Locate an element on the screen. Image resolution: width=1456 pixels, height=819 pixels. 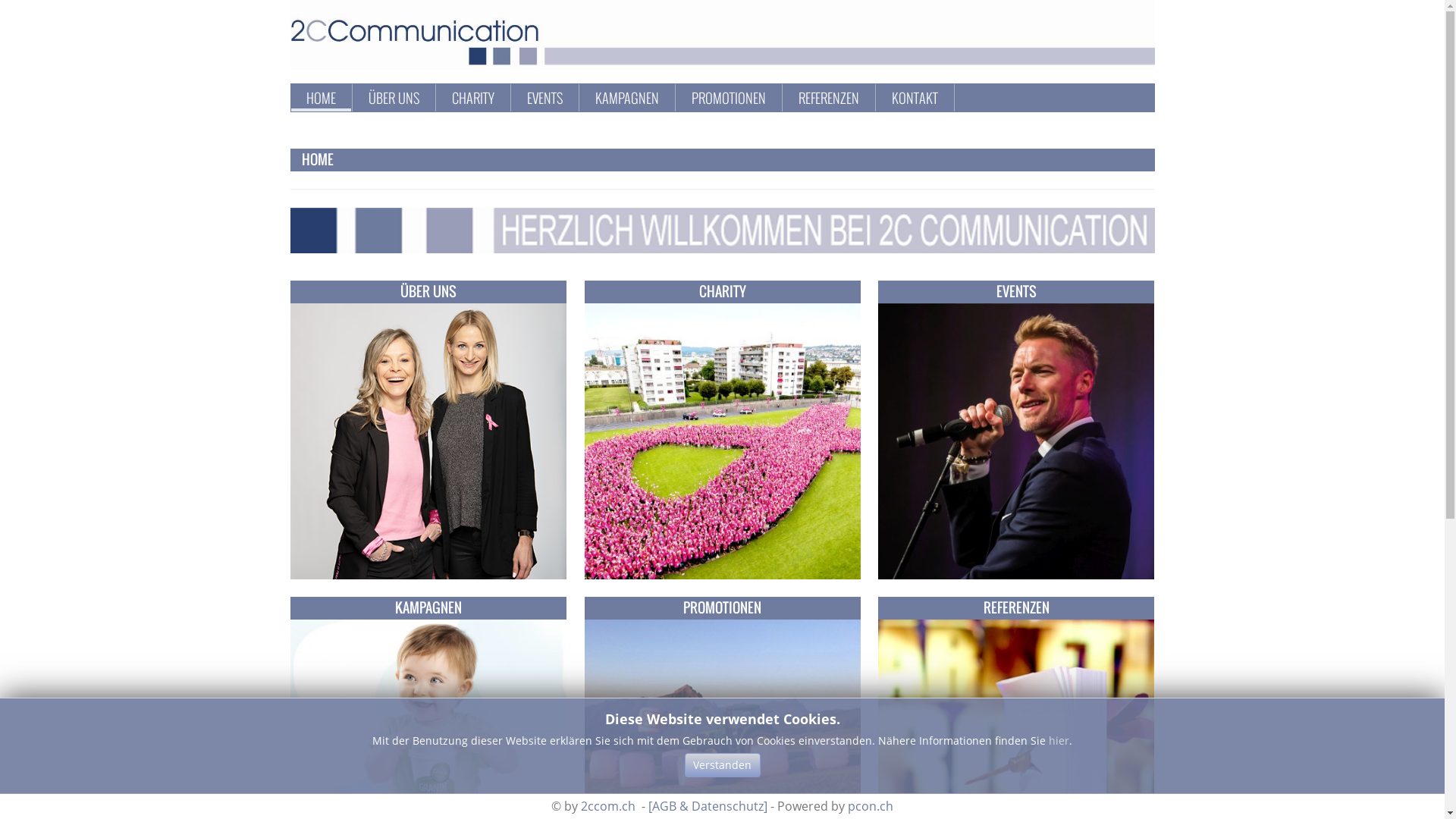
'KONTAKT' is located at coordinates (914, 97).